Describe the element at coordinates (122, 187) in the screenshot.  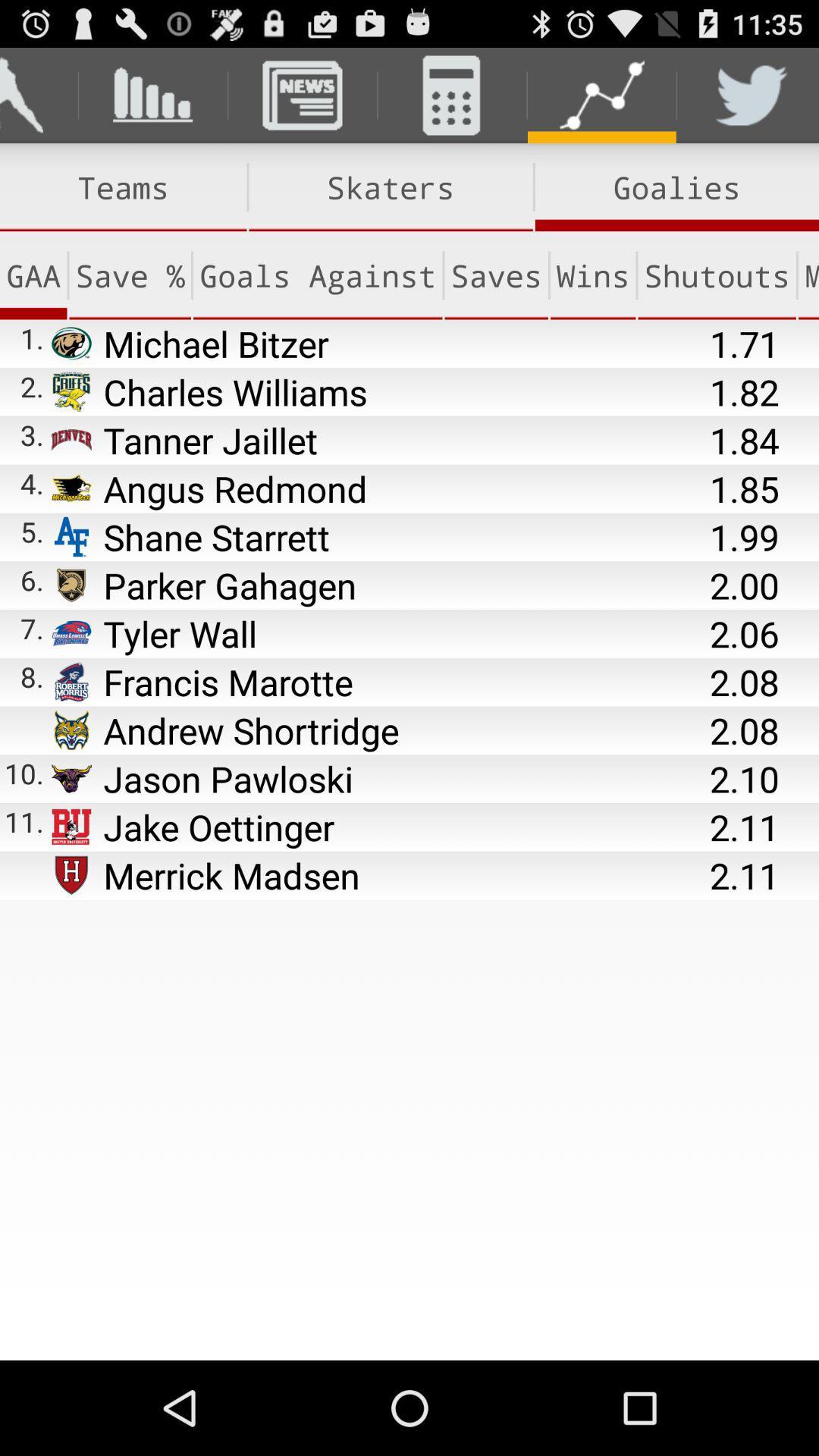
I see `teams item` at that location.